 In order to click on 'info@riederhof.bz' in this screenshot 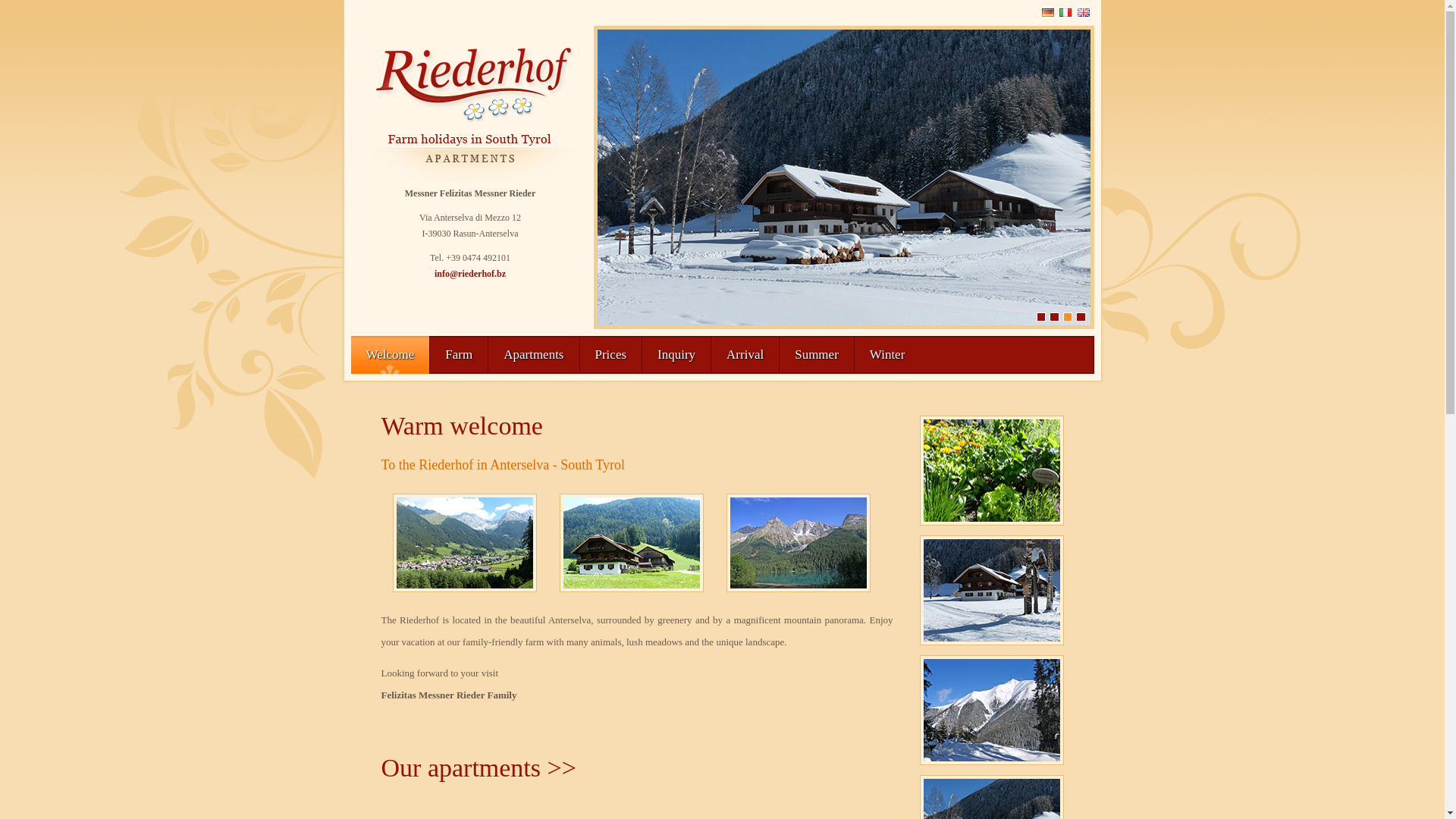, I will do `click(469, 274)`.